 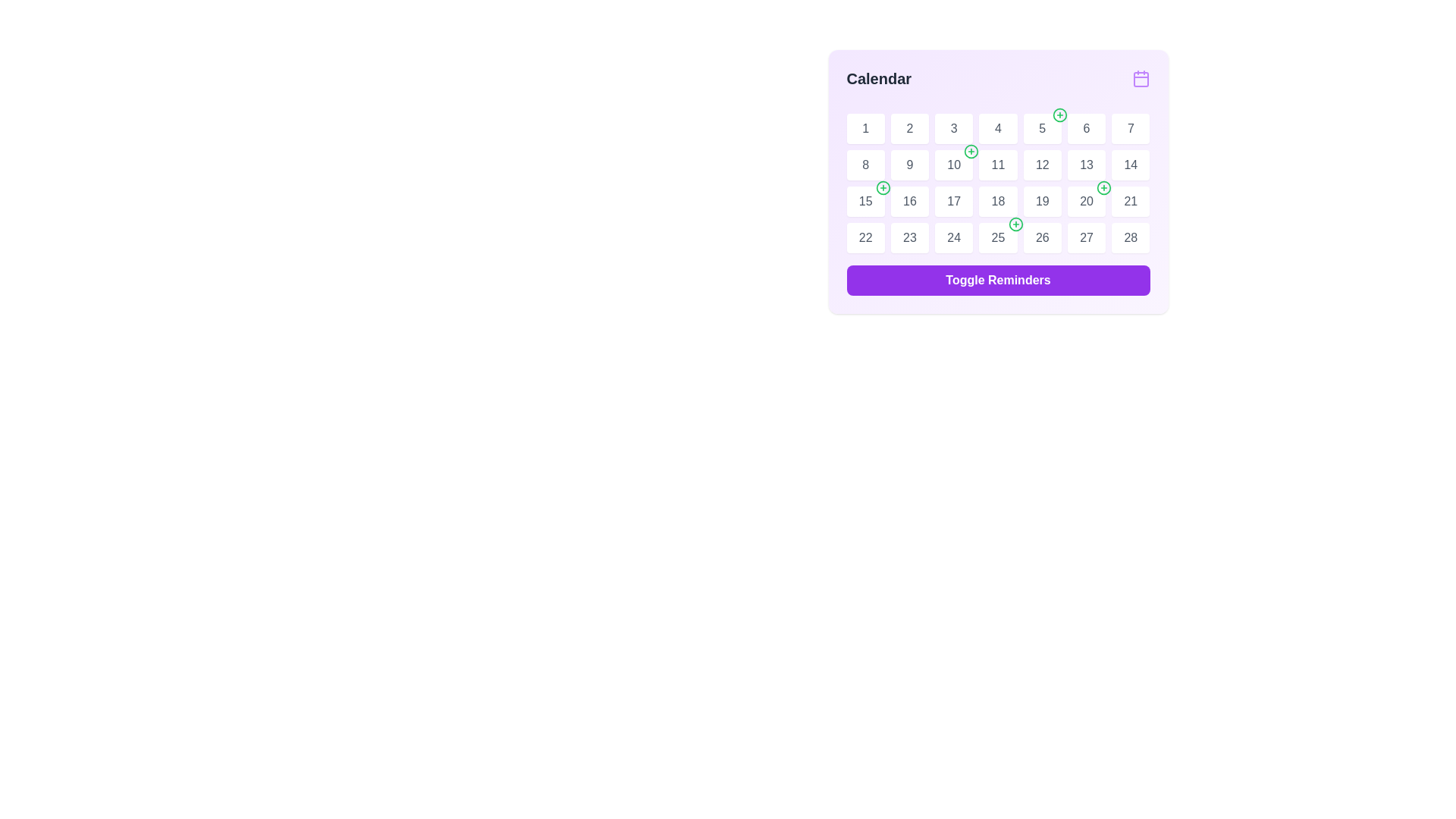 I want to click on the text box representing the 10th day in the calendar grid layout, so click(x=953, y=165).